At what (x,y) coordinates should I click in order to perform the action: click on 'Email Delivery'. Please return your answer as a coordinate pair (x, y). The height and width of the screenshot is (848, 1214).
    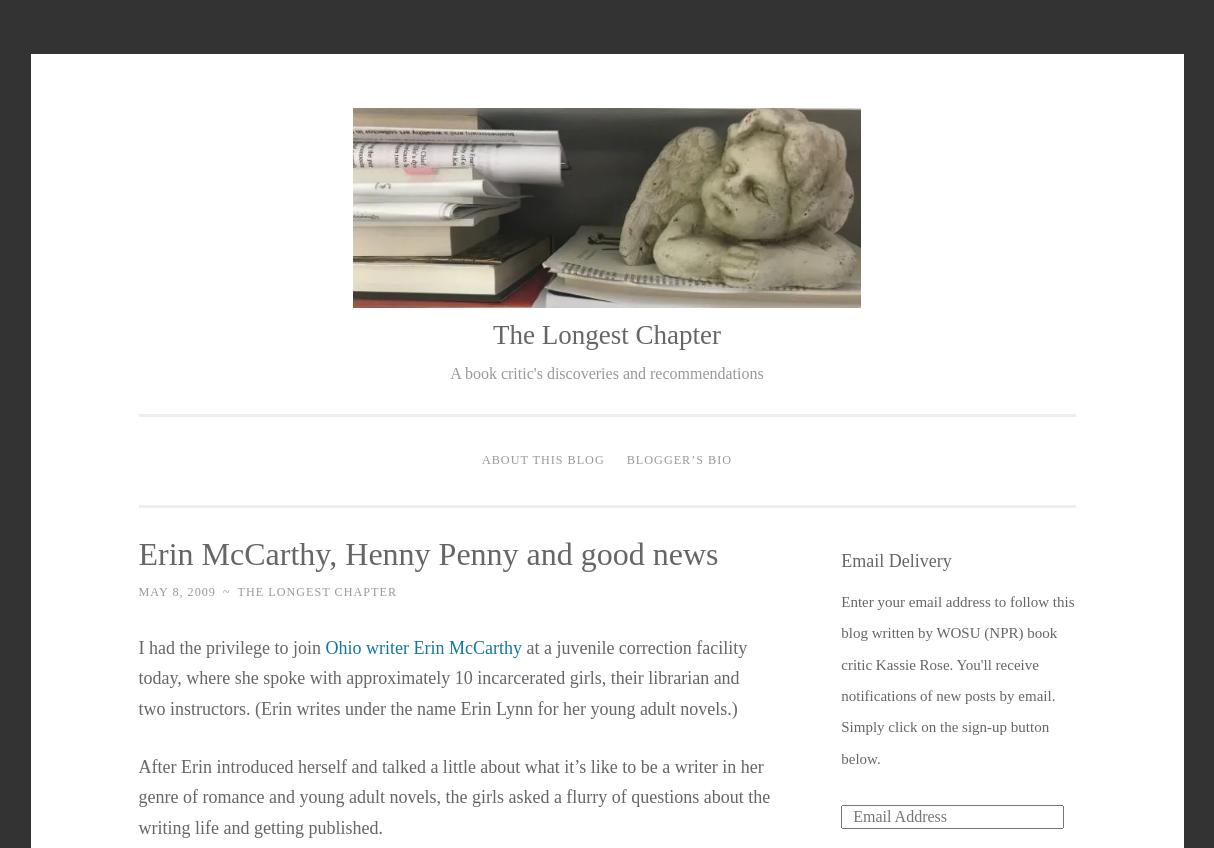
    Looking at the image, I should click on (895, 559).